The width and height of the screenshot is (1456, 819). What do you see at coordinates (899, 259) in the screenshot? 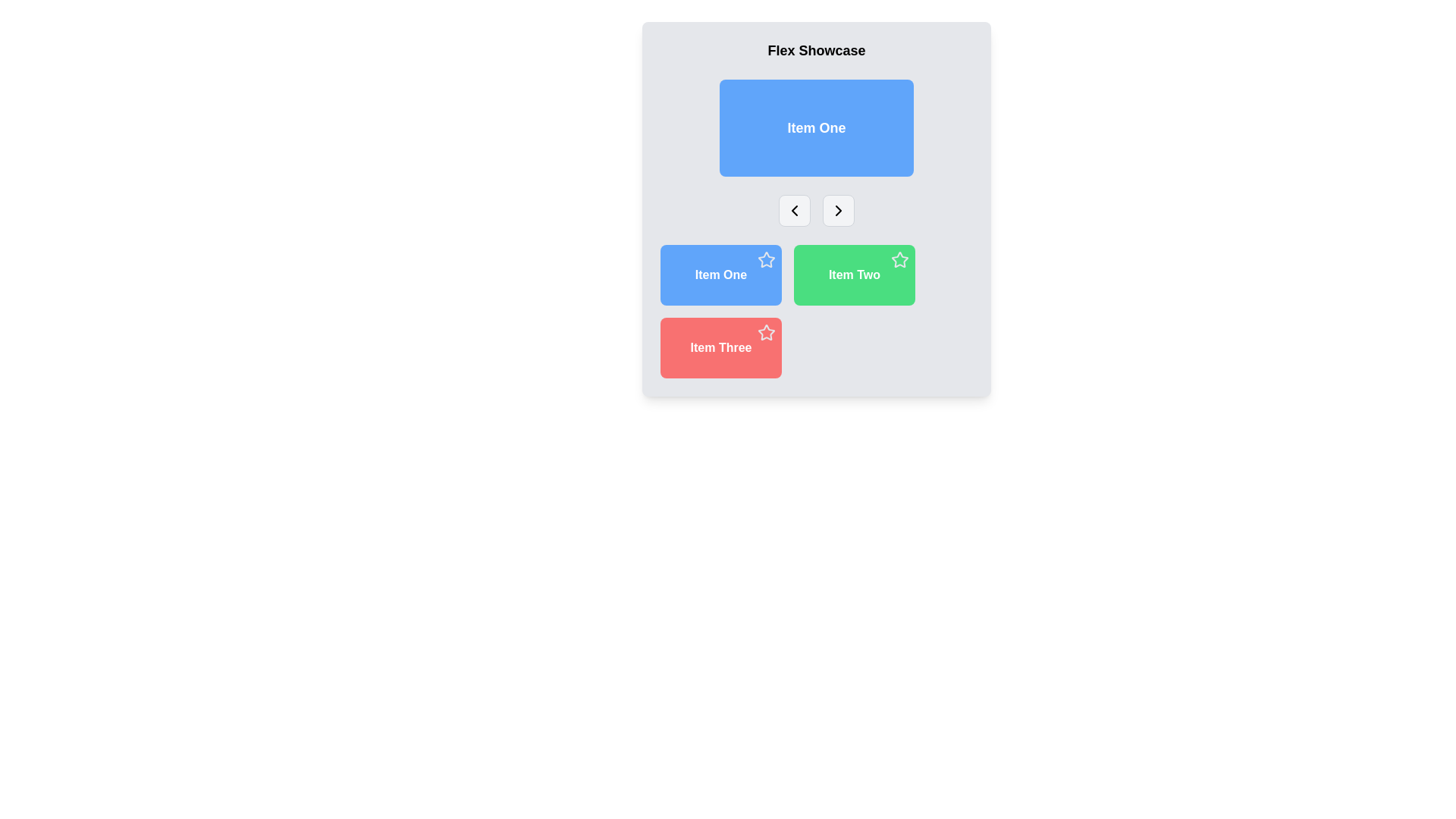
I see `the star icon with an outline design and a white stroke located in the top-right corner of the green box labeled 'Item Two'` at bounding box center [899, 259].